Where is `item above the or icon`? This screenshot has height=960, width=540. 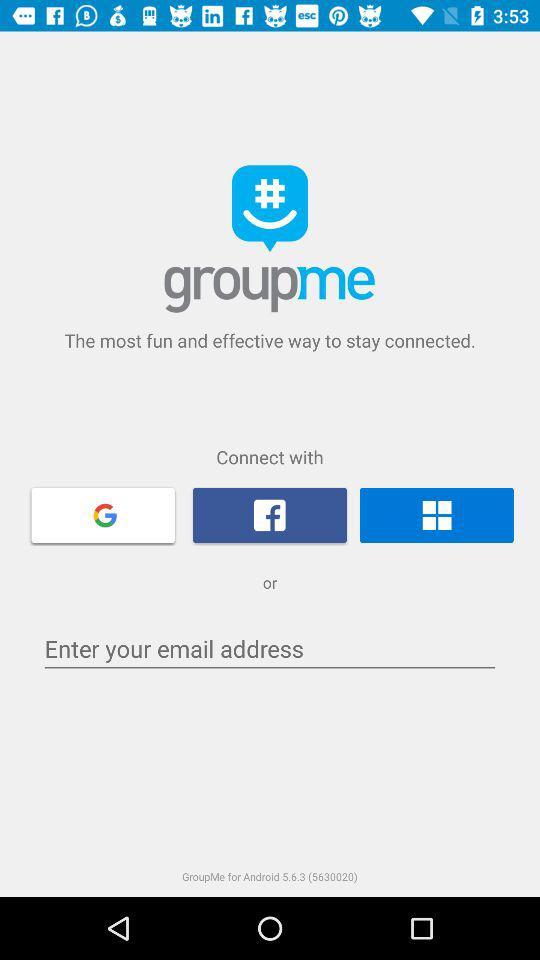 item above the or icon is located at coordinates (270, 514).